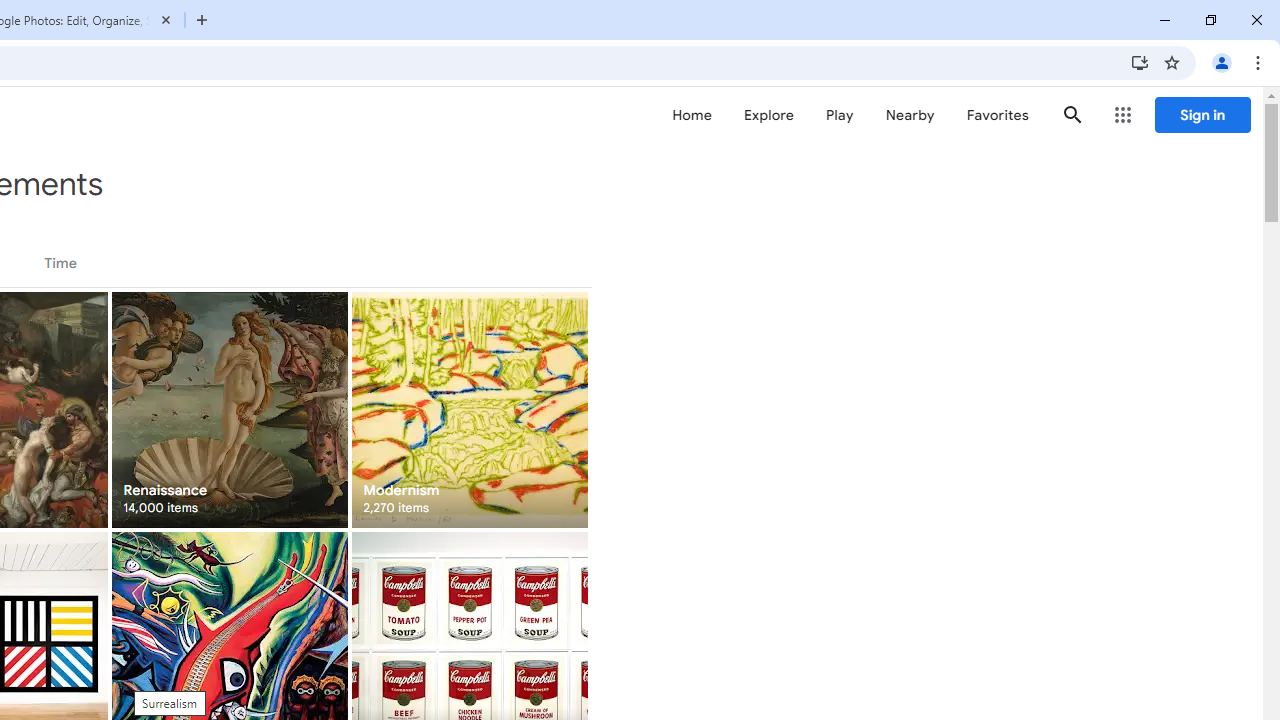  Describe the element at coordinates (767, 115) in the screenshot. I see `'Explore'` at that location.